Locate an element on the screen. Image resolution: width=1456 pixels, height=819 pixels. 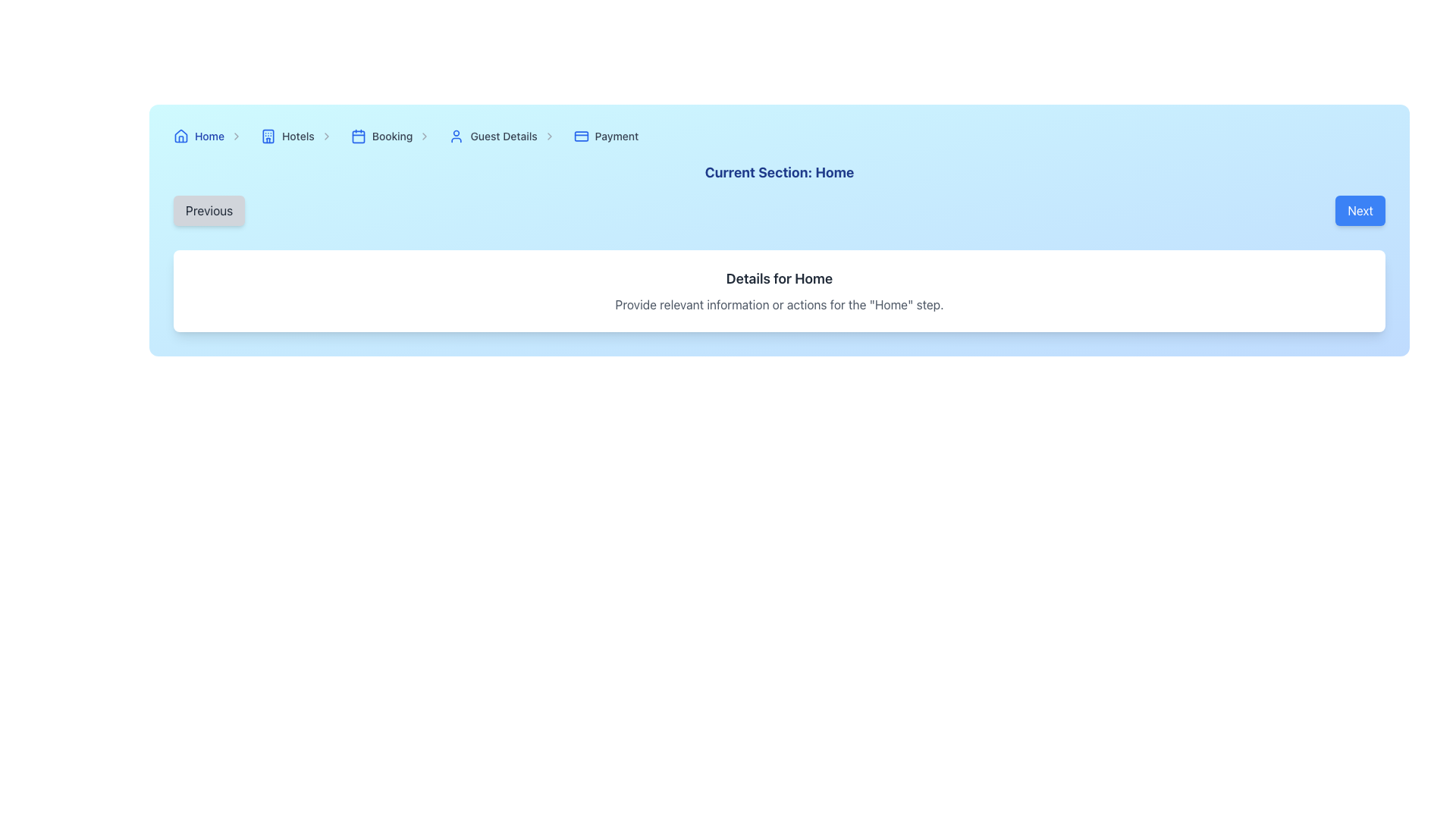
the 'Booking' link in the breadcrumb navigation bar is located at coordinates (392, 136).